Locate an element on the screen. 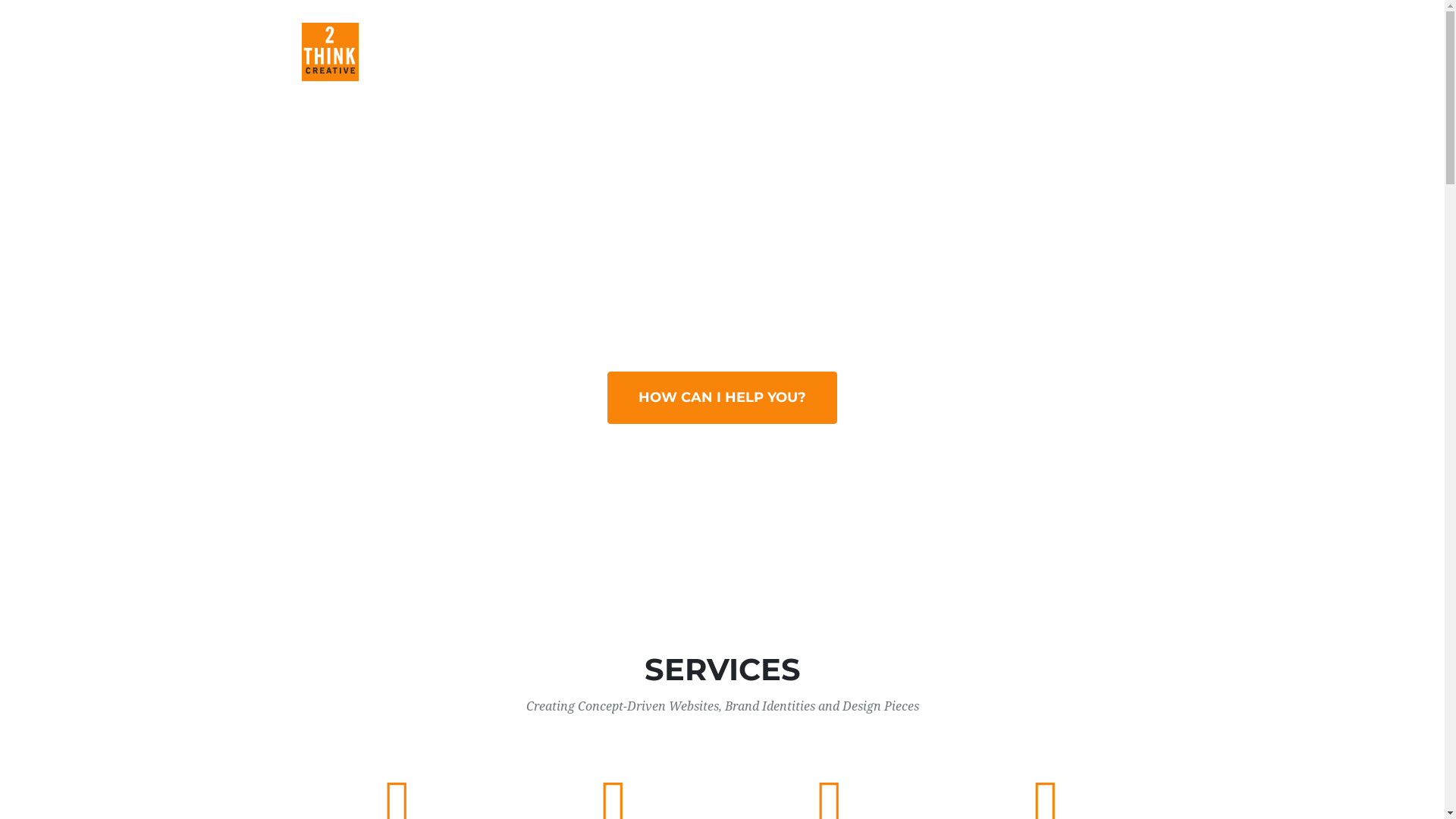 The height and width of the screenshot is (819, 1456). 'ABOUT' is located at coordinates (924, 51).